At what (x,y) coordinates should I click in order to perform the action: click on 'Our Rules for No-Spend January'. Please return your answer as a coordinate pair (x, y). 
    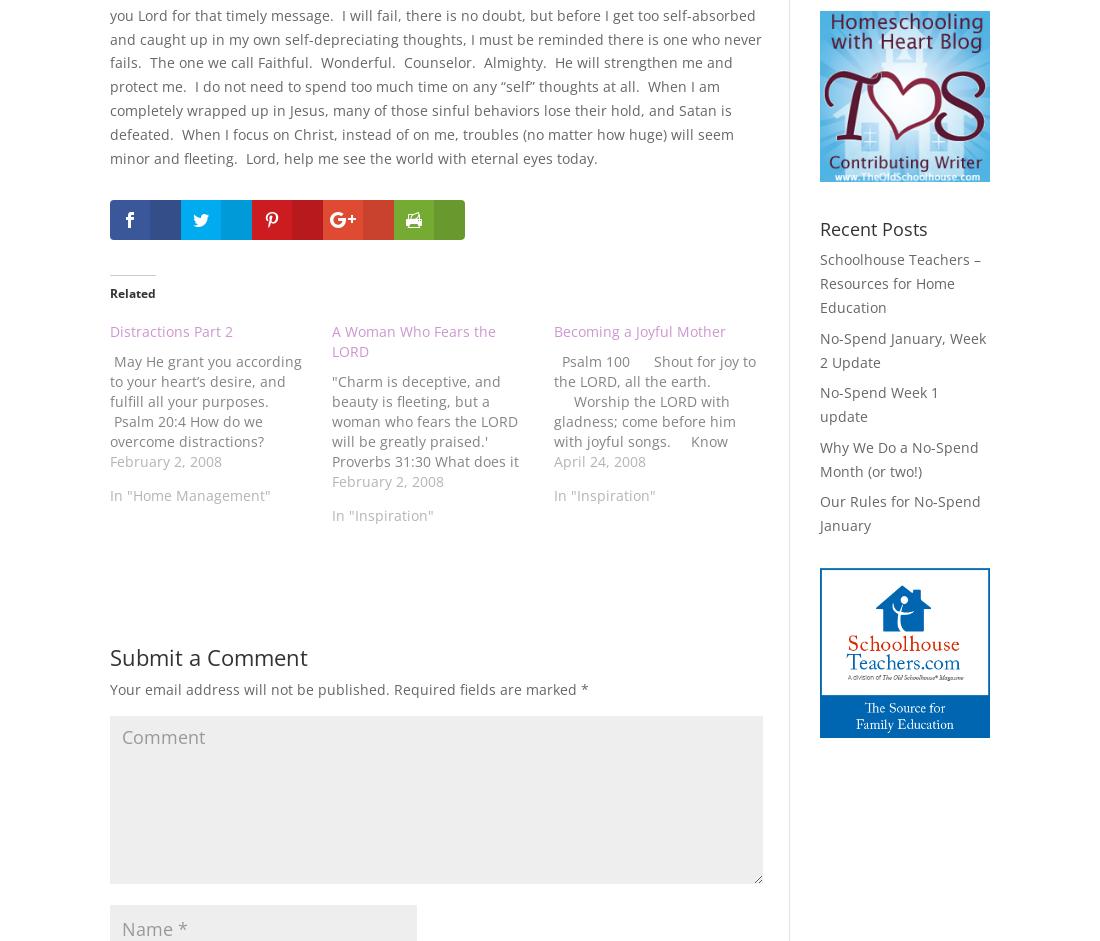
    Looking at the image, I should click on (899, 512).